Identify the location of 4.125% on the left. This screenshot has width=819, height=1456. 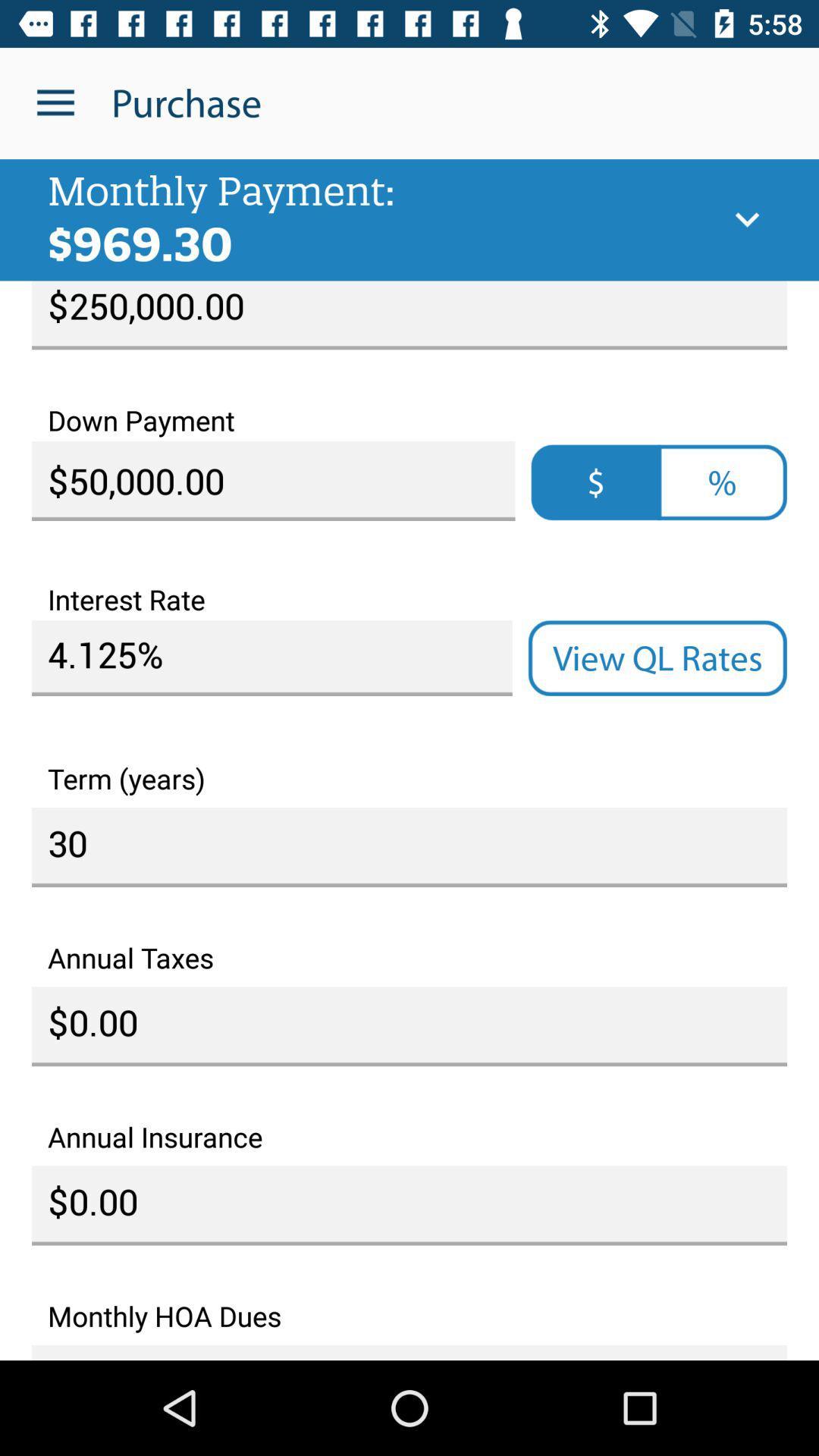
(271, 658).